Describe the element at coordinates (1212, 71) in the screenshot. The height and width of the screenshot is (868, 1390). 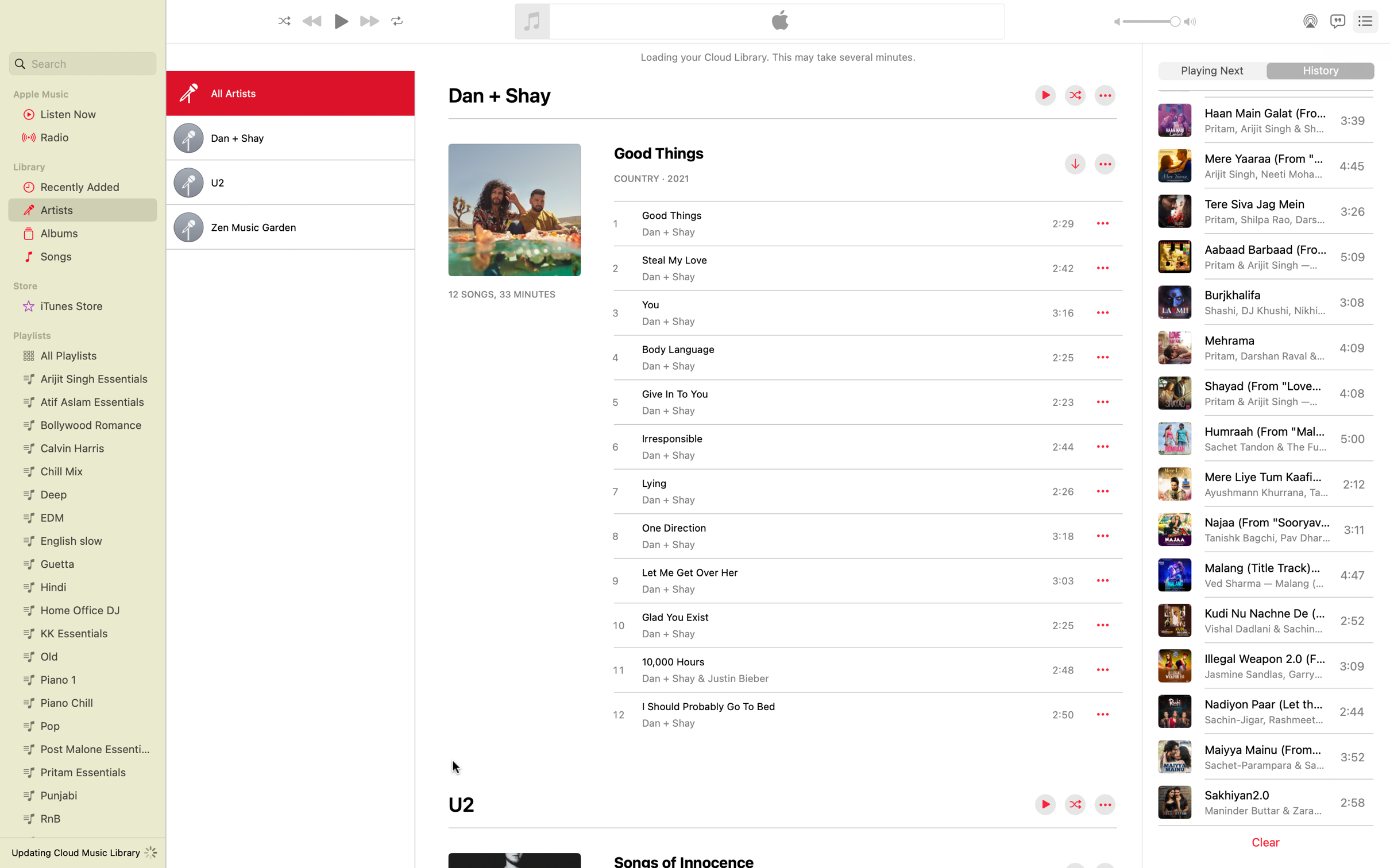
I see `Advance to the following music in the list` at that location.